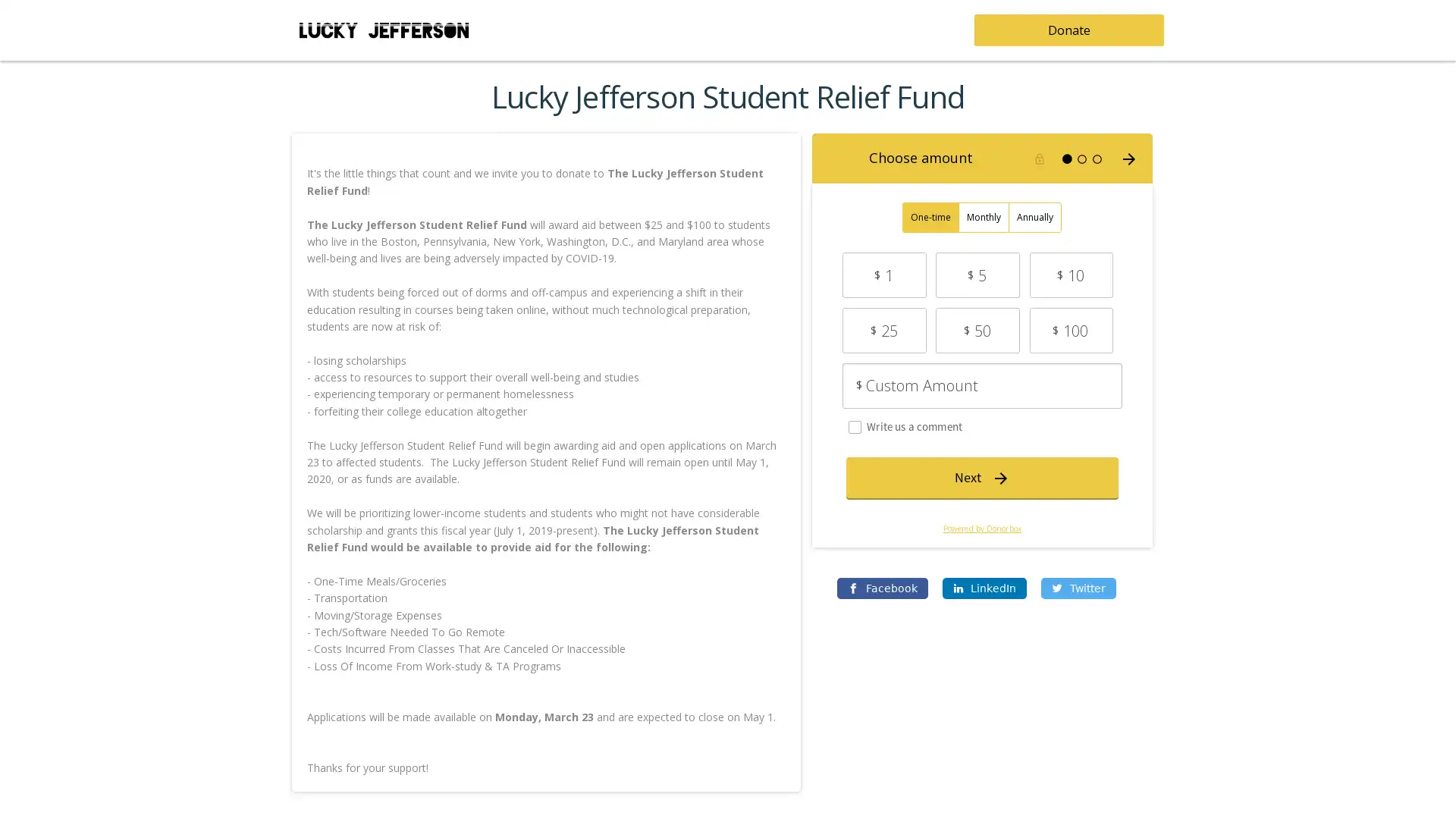 This screenshot has width=1456, height=819. I want to click on Next, so click(982, 476).